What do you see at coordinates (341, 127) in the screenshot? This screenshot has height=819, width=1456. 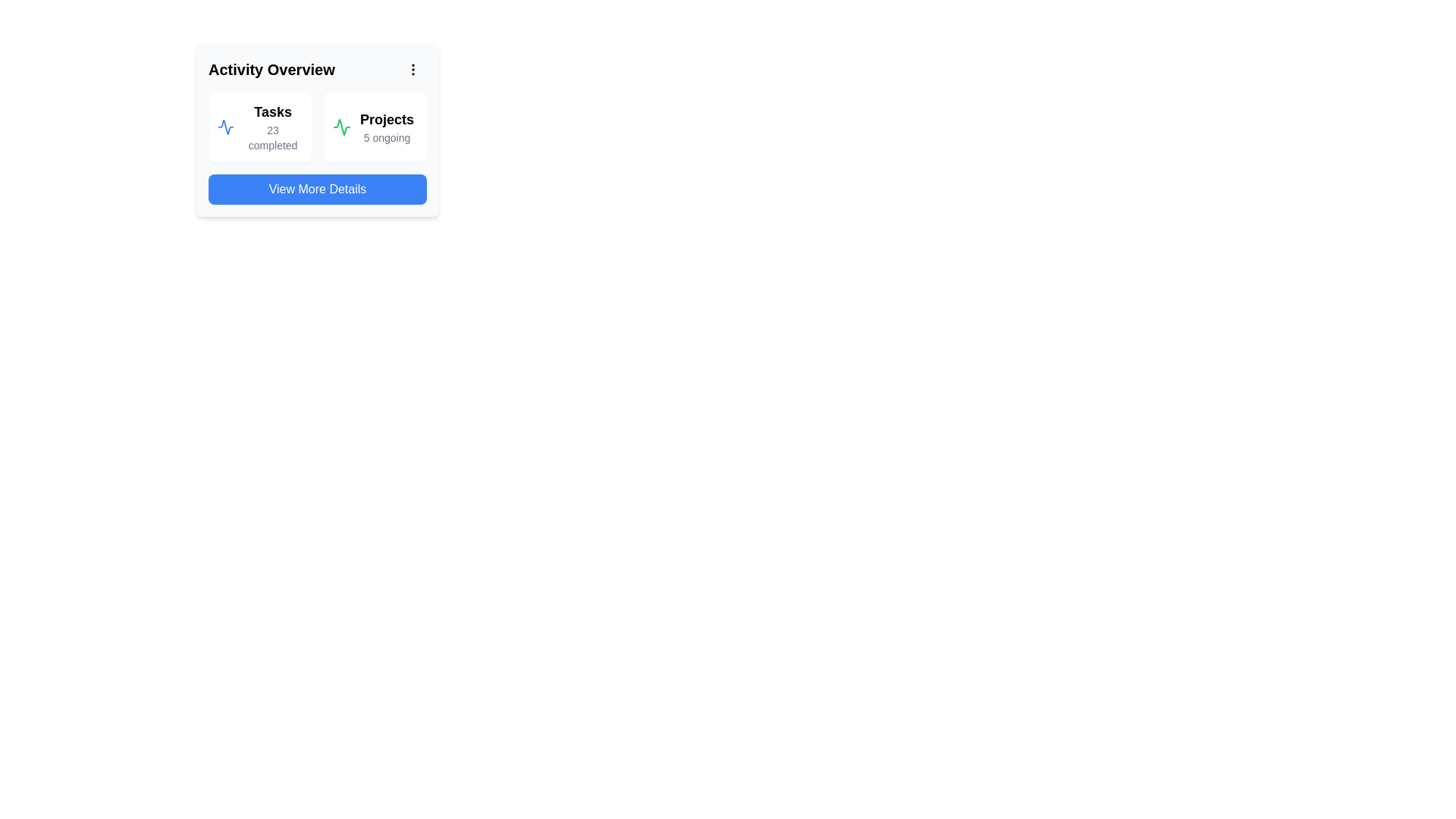 I see `the green SVG icon resembling an activity graph or heartbeat line located in the top-left corner of the 'Projects' card in the 'Activity Overview' section` at bounding box center [341, 127].